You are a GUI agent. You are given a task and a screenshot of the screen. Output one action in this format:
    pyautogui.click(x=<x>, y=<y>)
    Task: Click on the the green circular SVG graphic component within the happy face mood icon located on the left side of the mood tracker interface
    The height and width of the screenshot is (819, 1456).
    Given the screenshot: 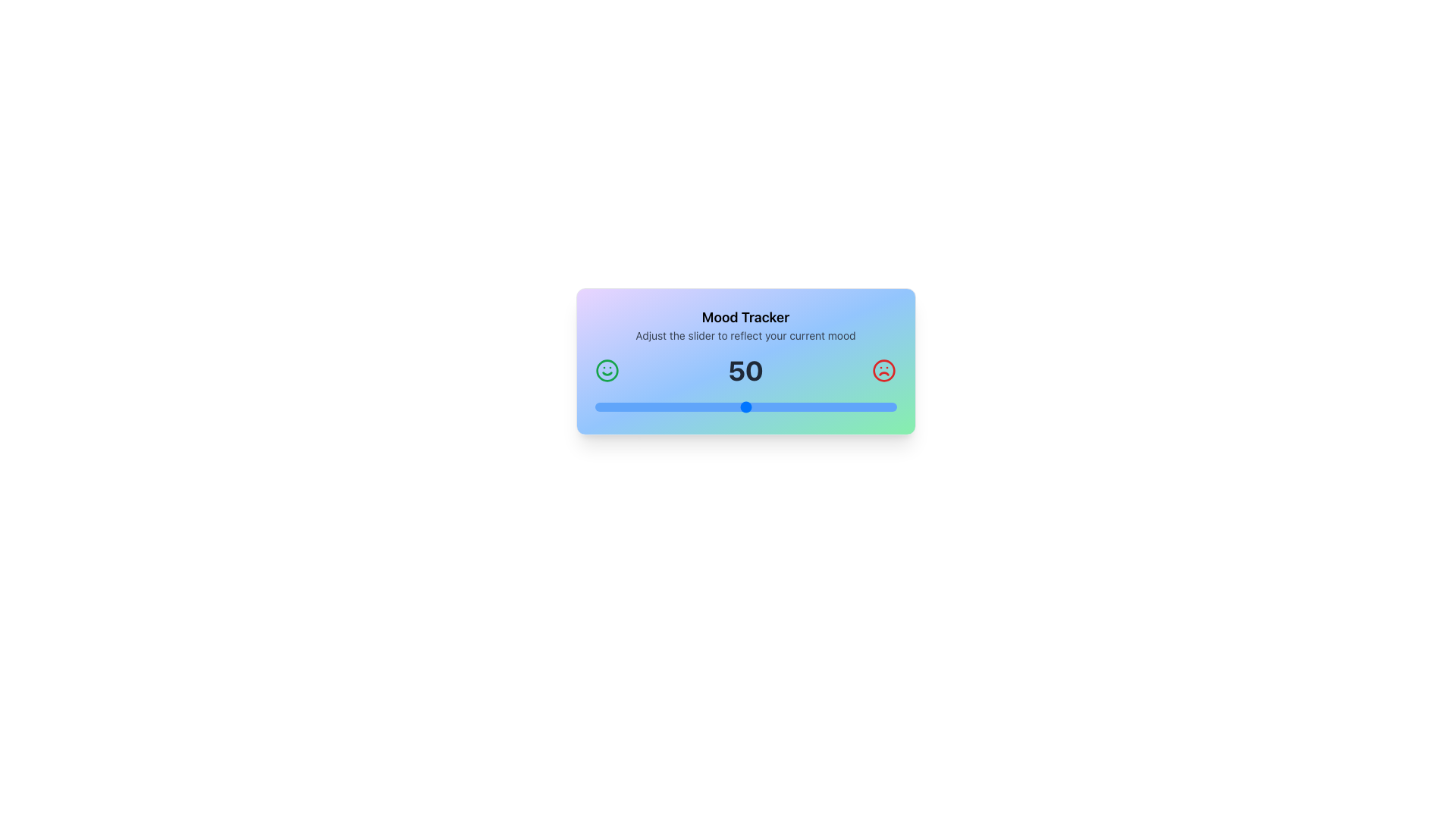 What is the action you would take?
    pyautogui.click(x=607, y=371)
    